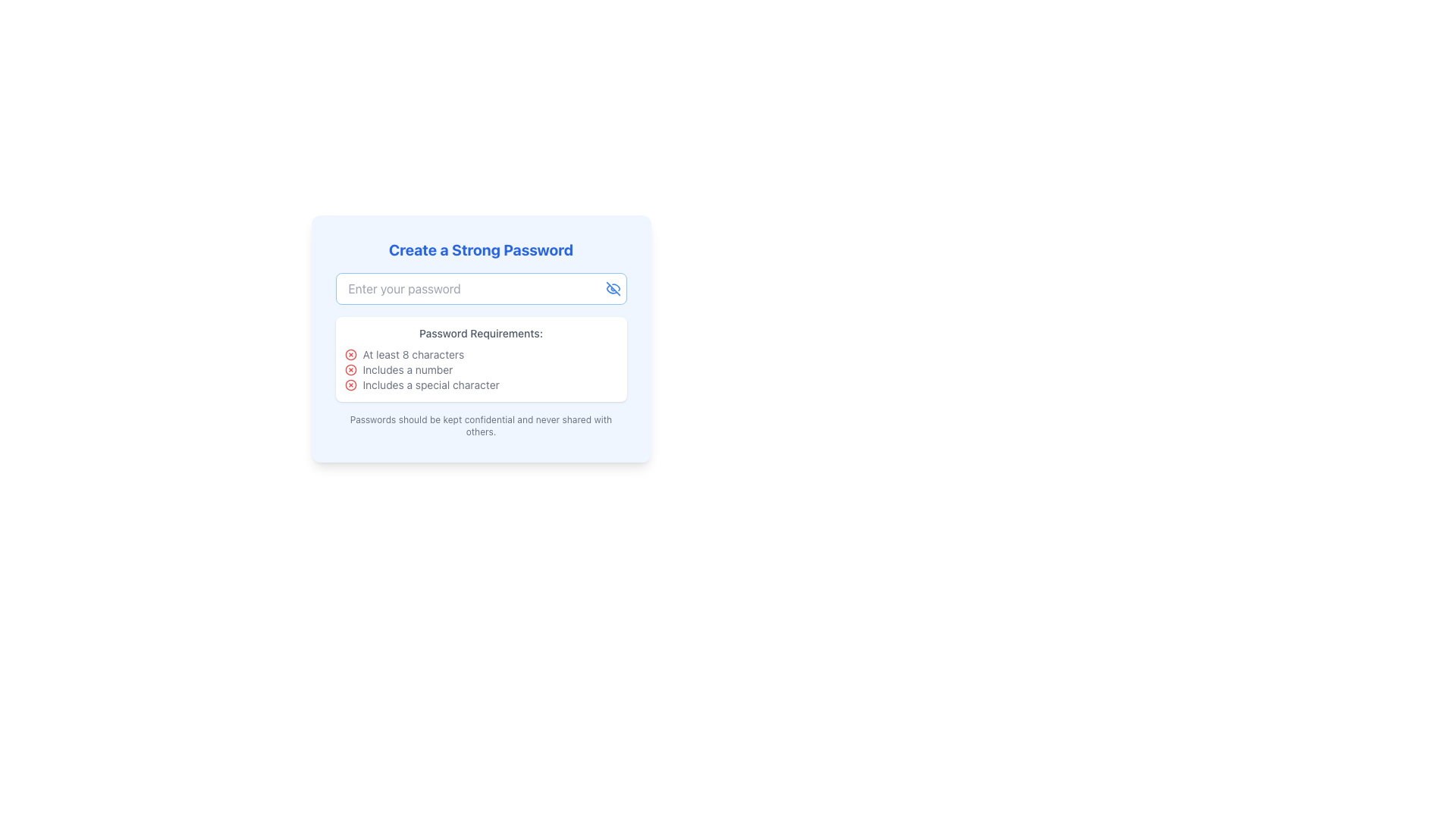 The image size is (1456, 819). Describe the element at coordinates (407, 370) in the screenshot. I see `the static text label that indicates a specific password requirement, positioned to the right of a red icon below the password input field` at that location.